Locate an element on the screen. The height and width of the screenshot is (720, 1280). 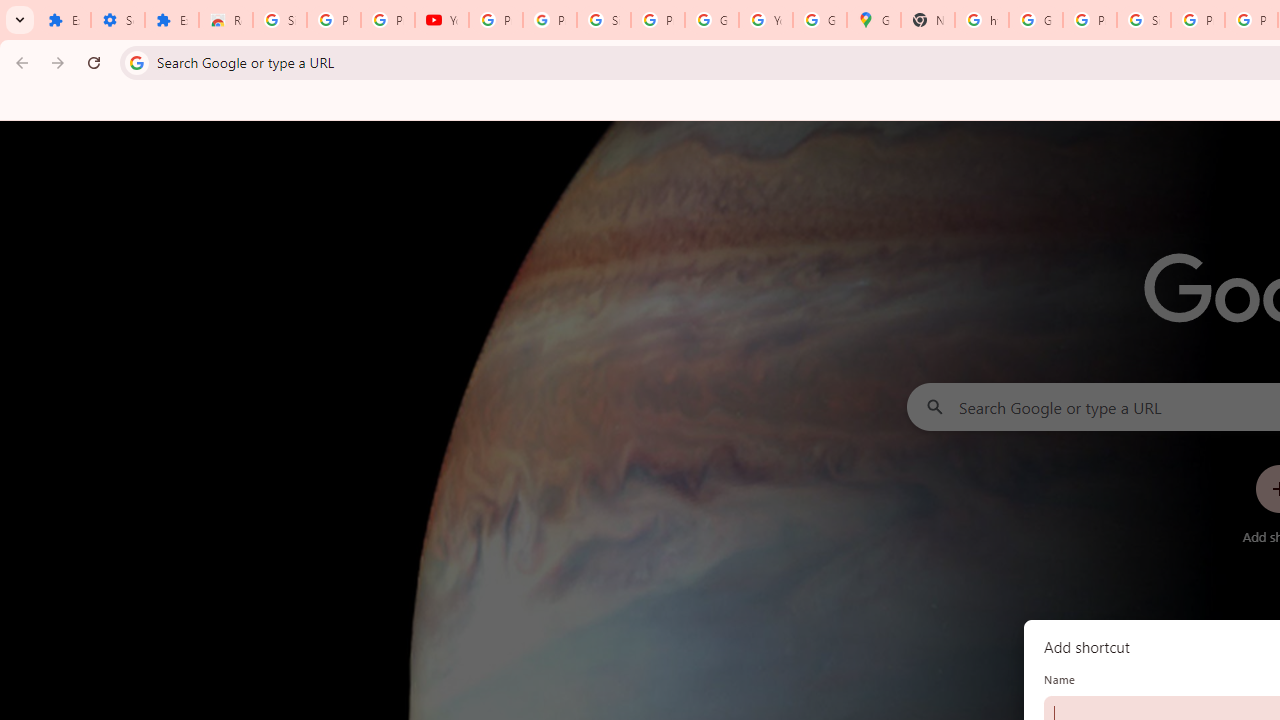
'Sign in - Google Accounts' is located at coordinates (1144, 20).